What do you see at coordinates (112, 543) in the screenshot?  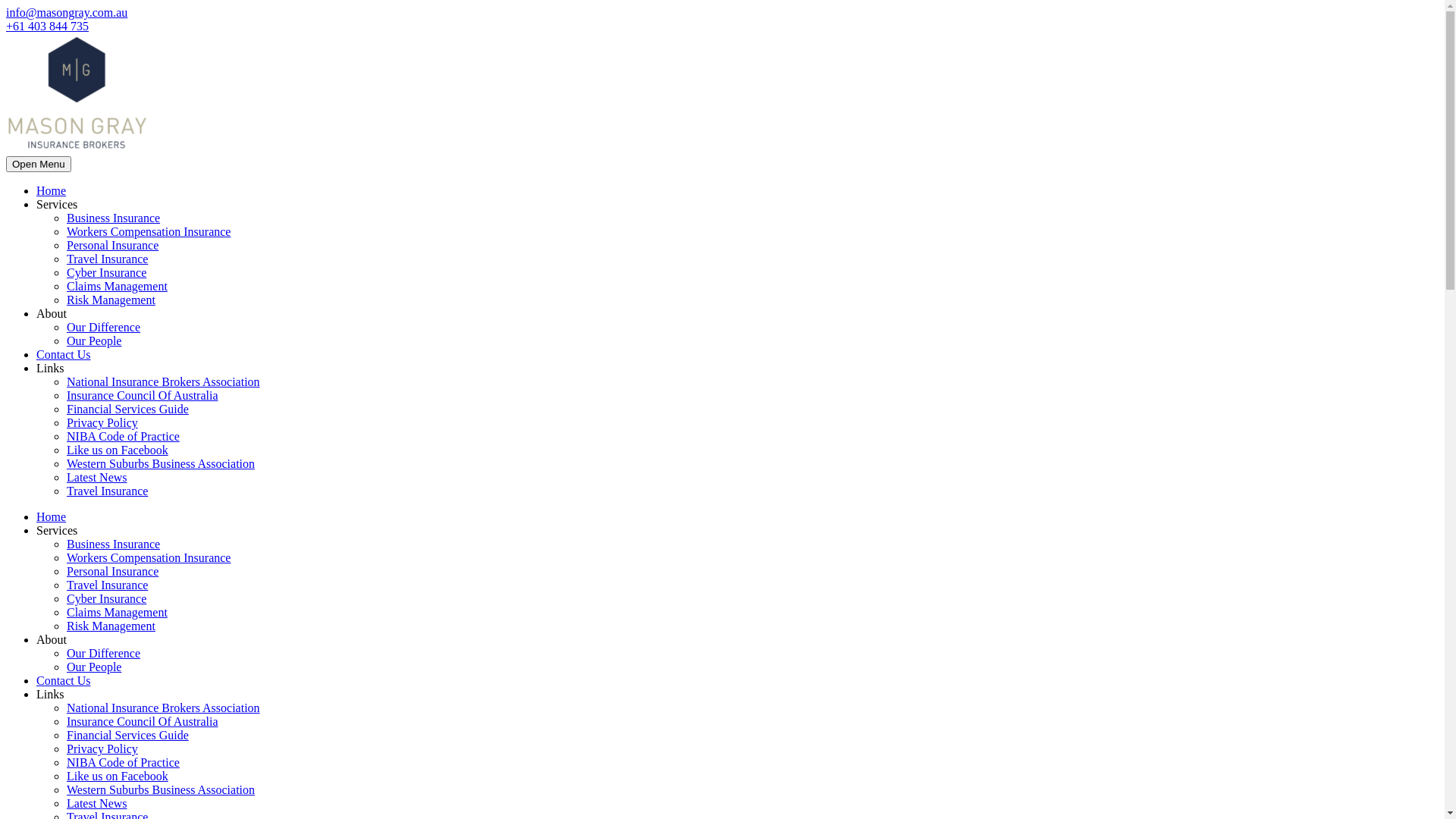 I see `'Business Insurance'` at bounding box center [112, 543].